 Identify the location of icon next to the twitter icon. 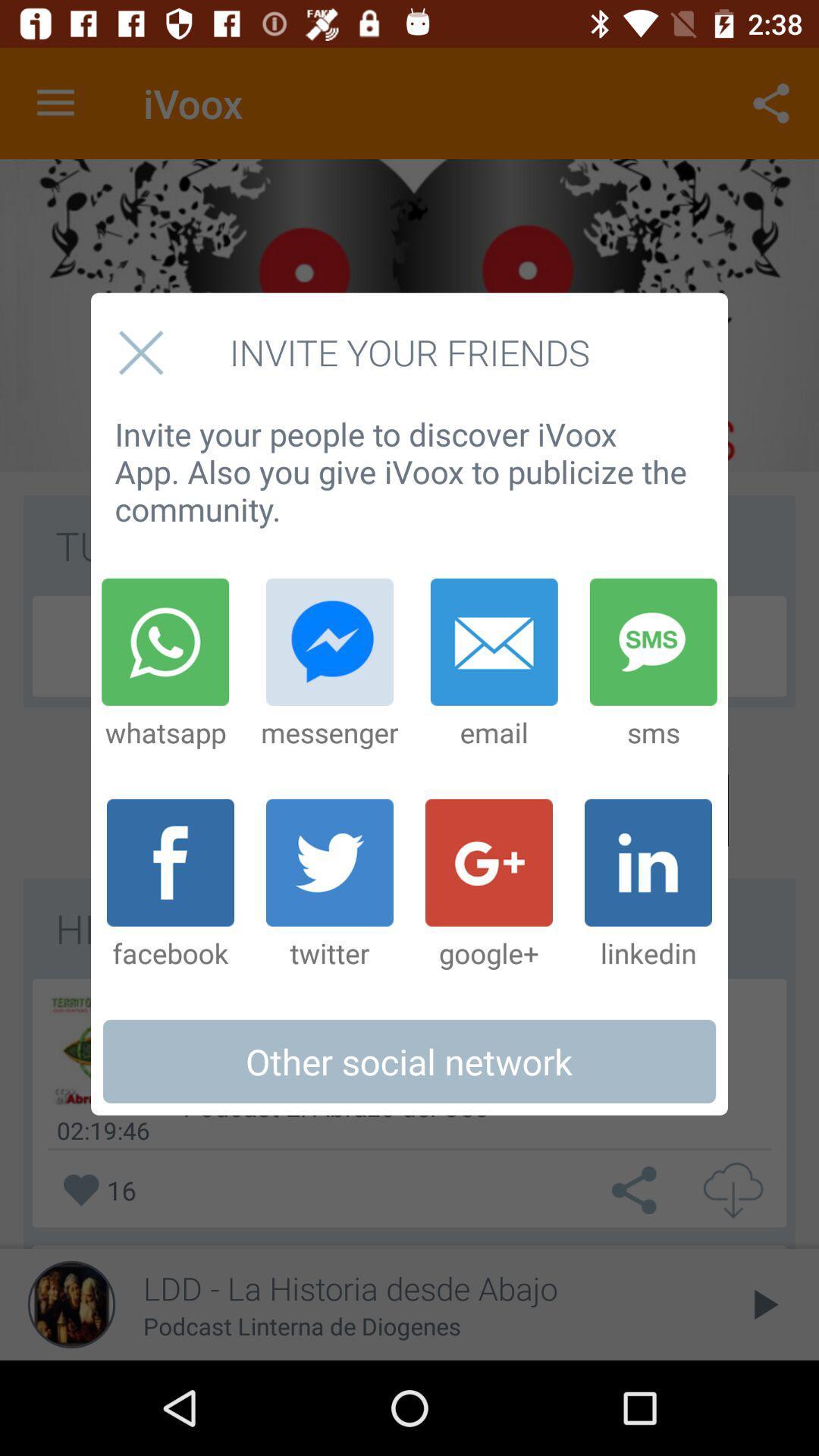
(488, 885).